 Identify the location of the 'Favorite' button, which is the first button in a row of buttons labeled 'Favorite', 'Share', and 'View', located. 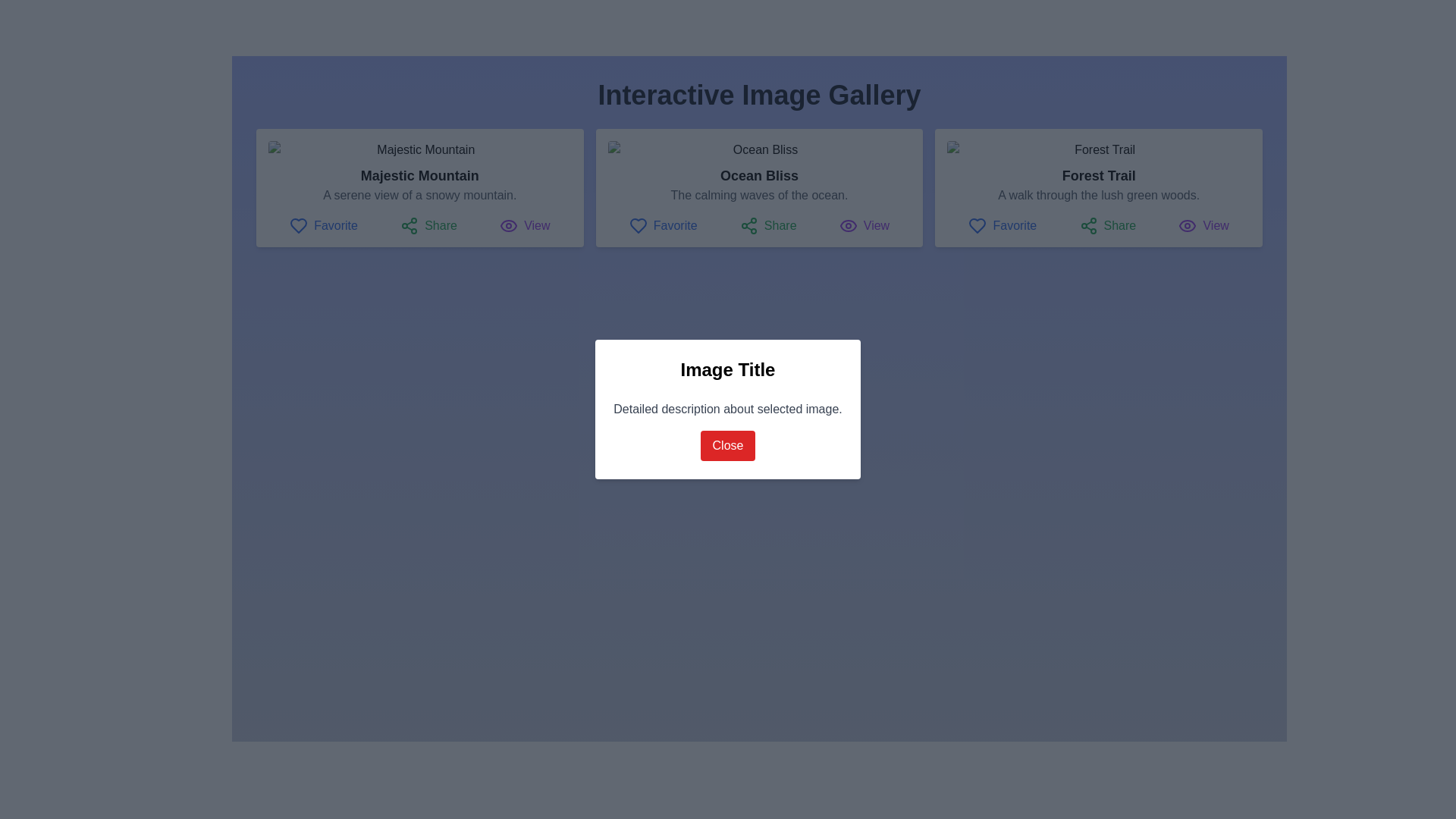
(663, 225).